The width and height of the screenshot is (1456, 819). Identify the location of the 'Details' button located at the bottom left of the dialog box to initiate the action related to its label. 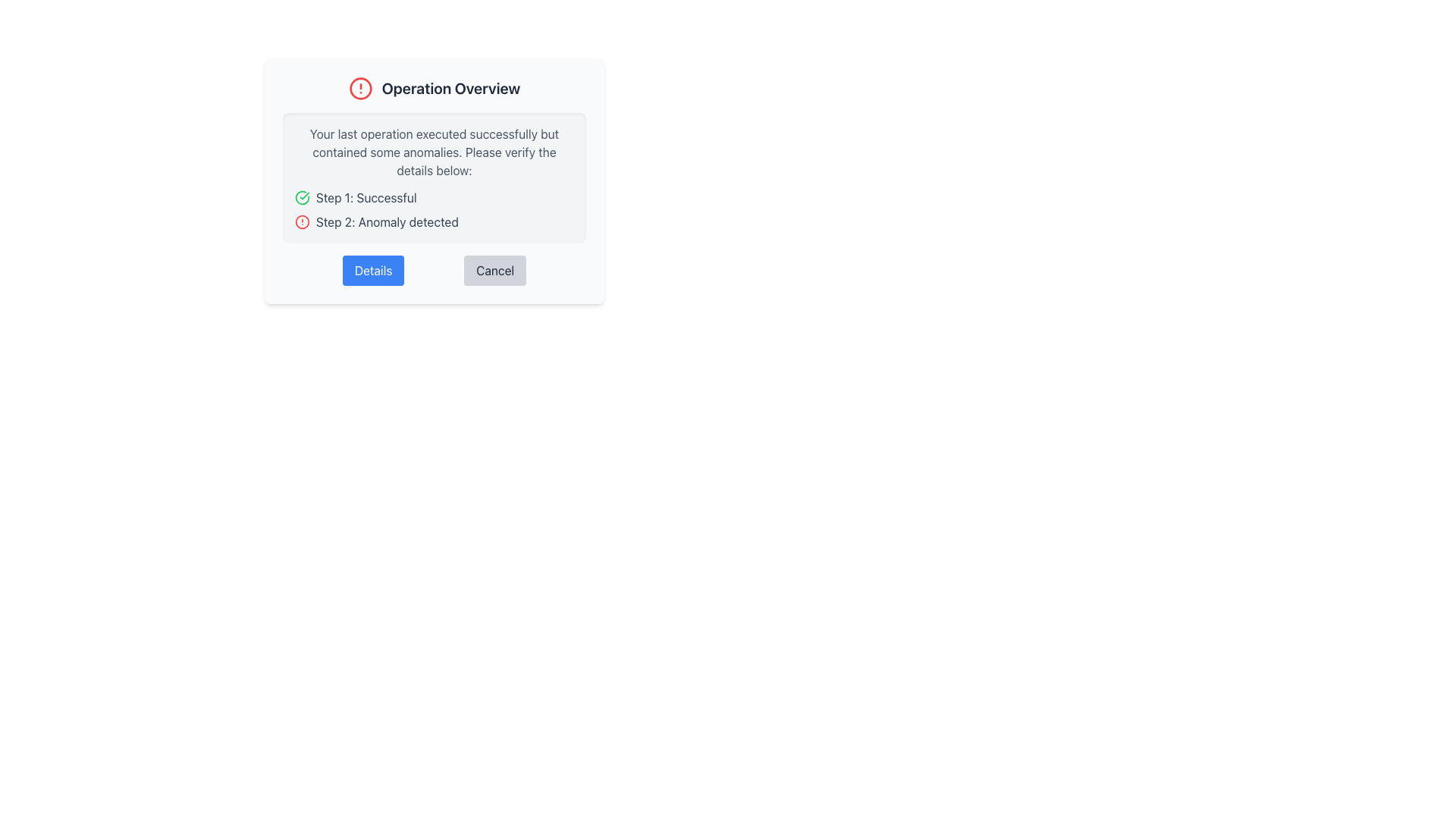
(373, 270).